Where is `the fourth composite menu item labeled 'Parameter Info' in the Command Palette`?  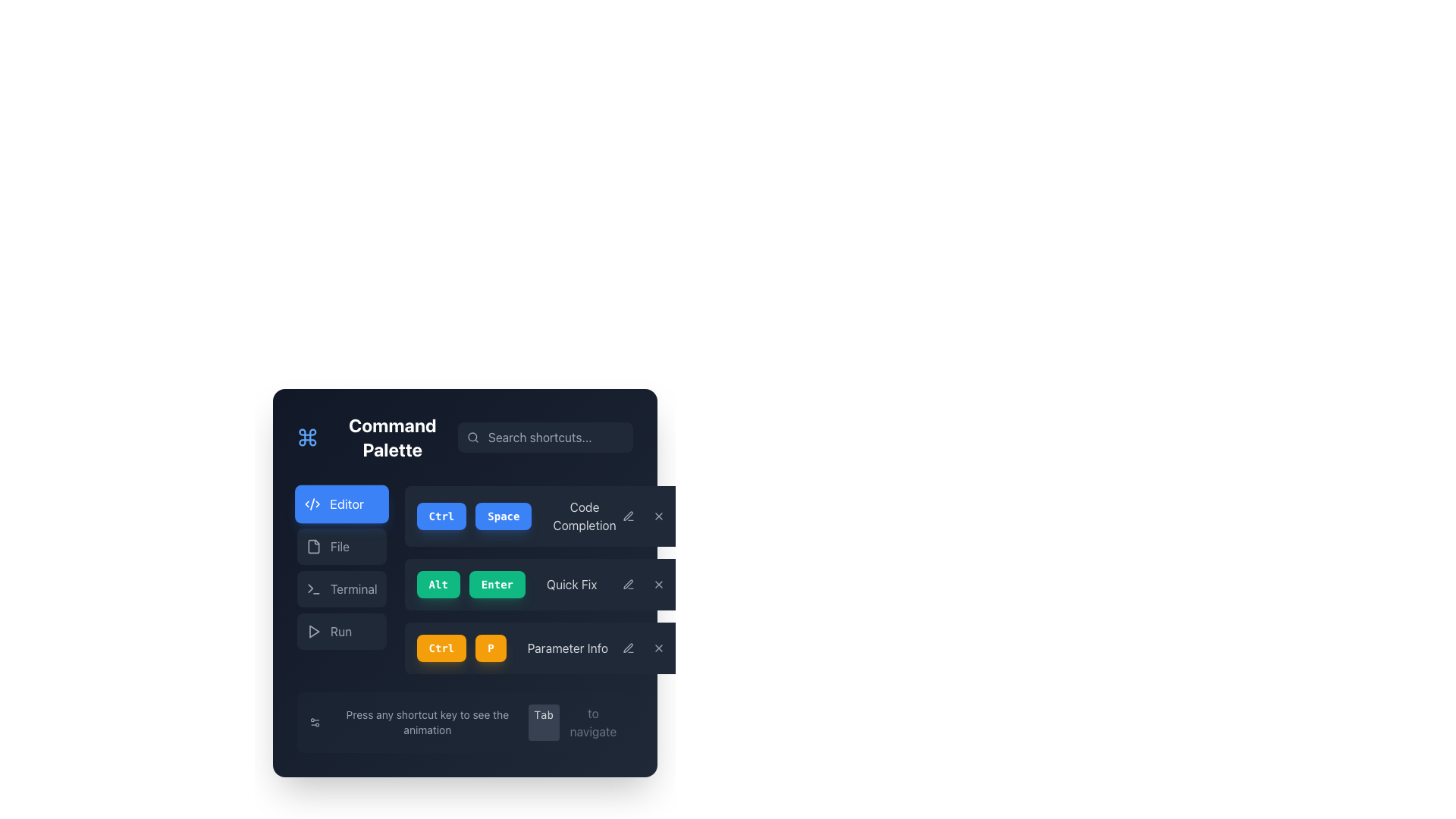 the fourth composite menu item labeled 'Parameter Info' in the Command Palette is located at coordinates (512, 648).